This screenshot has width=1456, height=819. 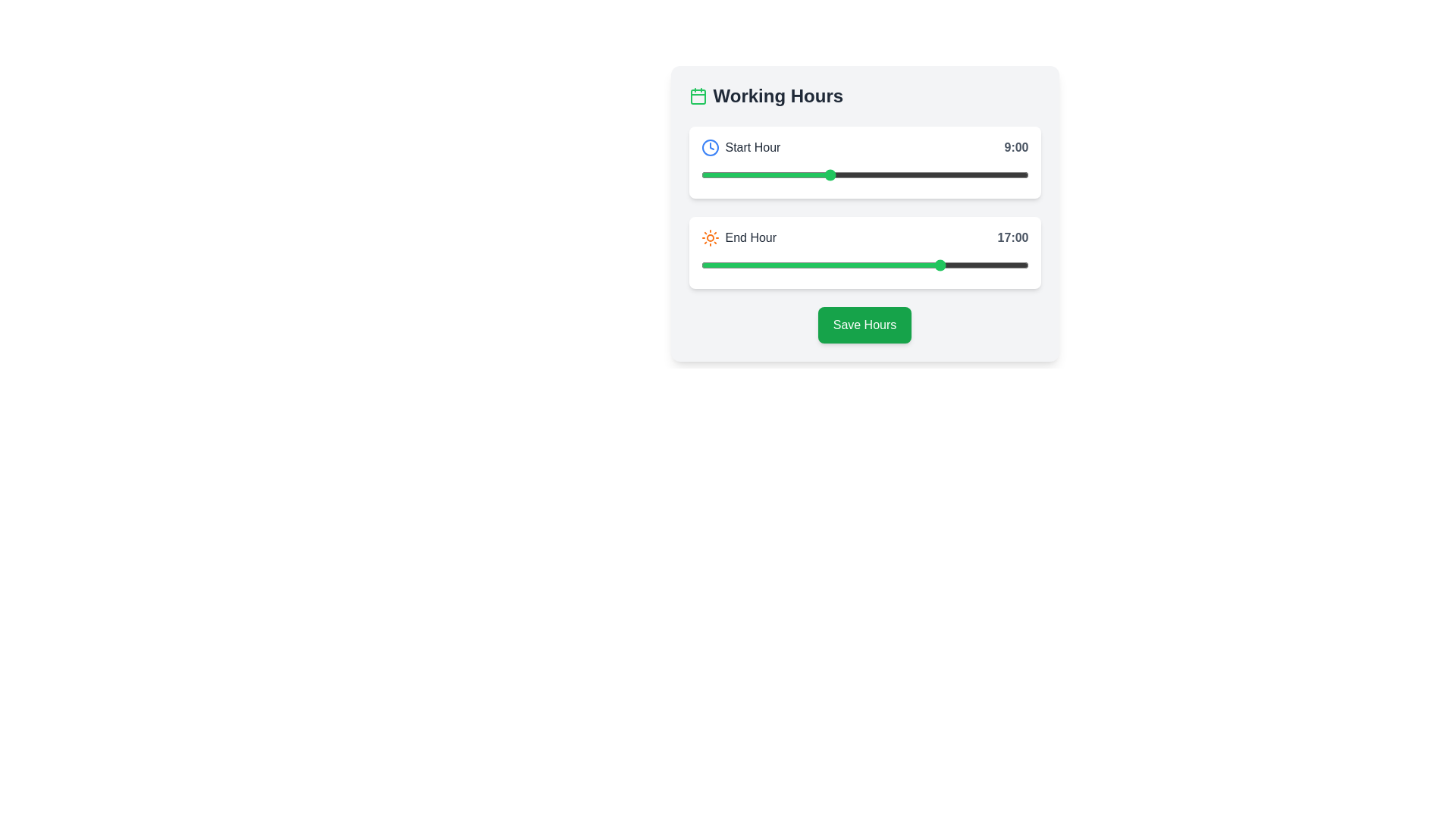 I want to click on the end hour, so click(x=942, y=265).